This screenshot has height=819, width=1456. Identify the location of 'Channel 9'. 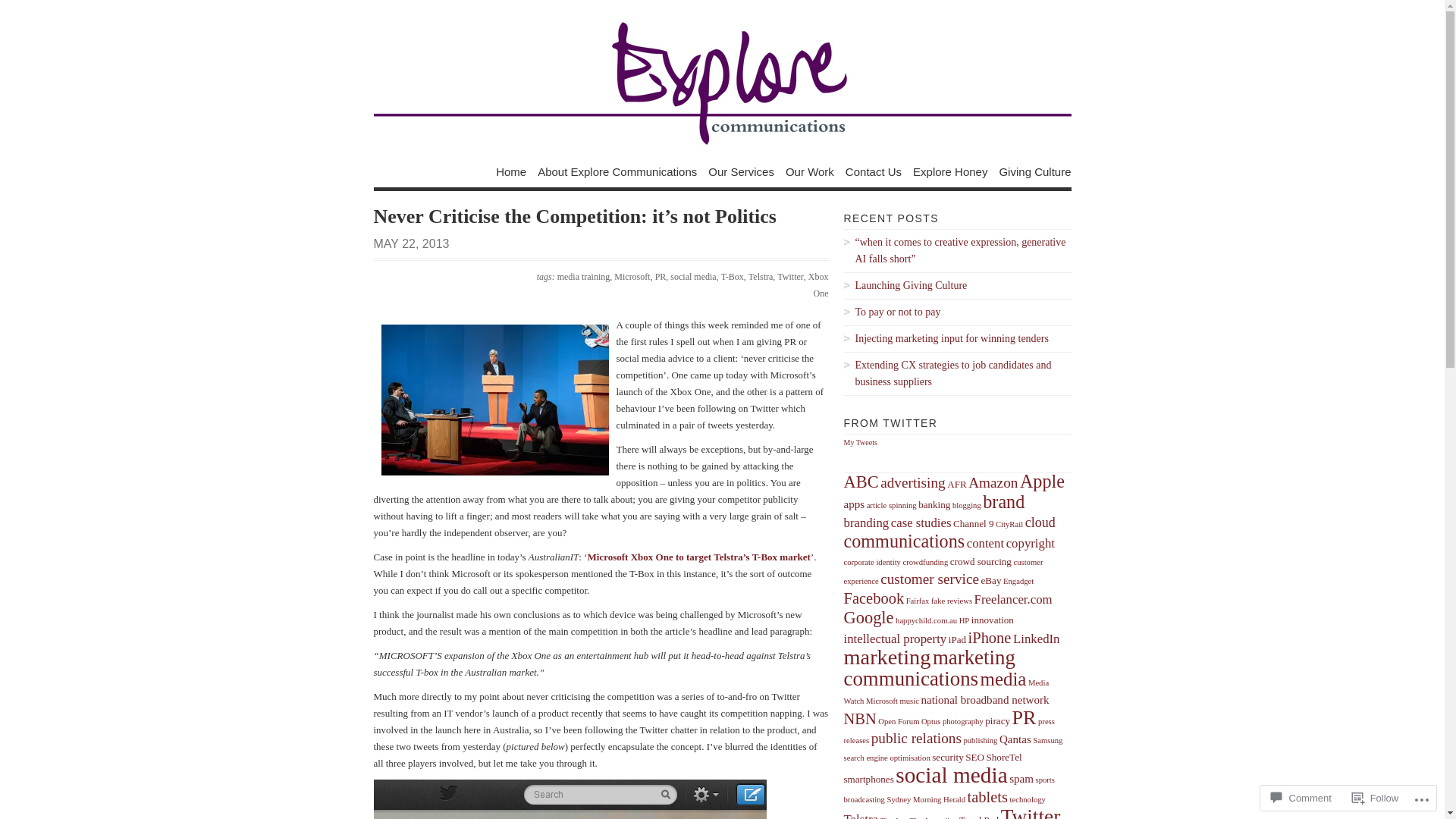
(973, 522).